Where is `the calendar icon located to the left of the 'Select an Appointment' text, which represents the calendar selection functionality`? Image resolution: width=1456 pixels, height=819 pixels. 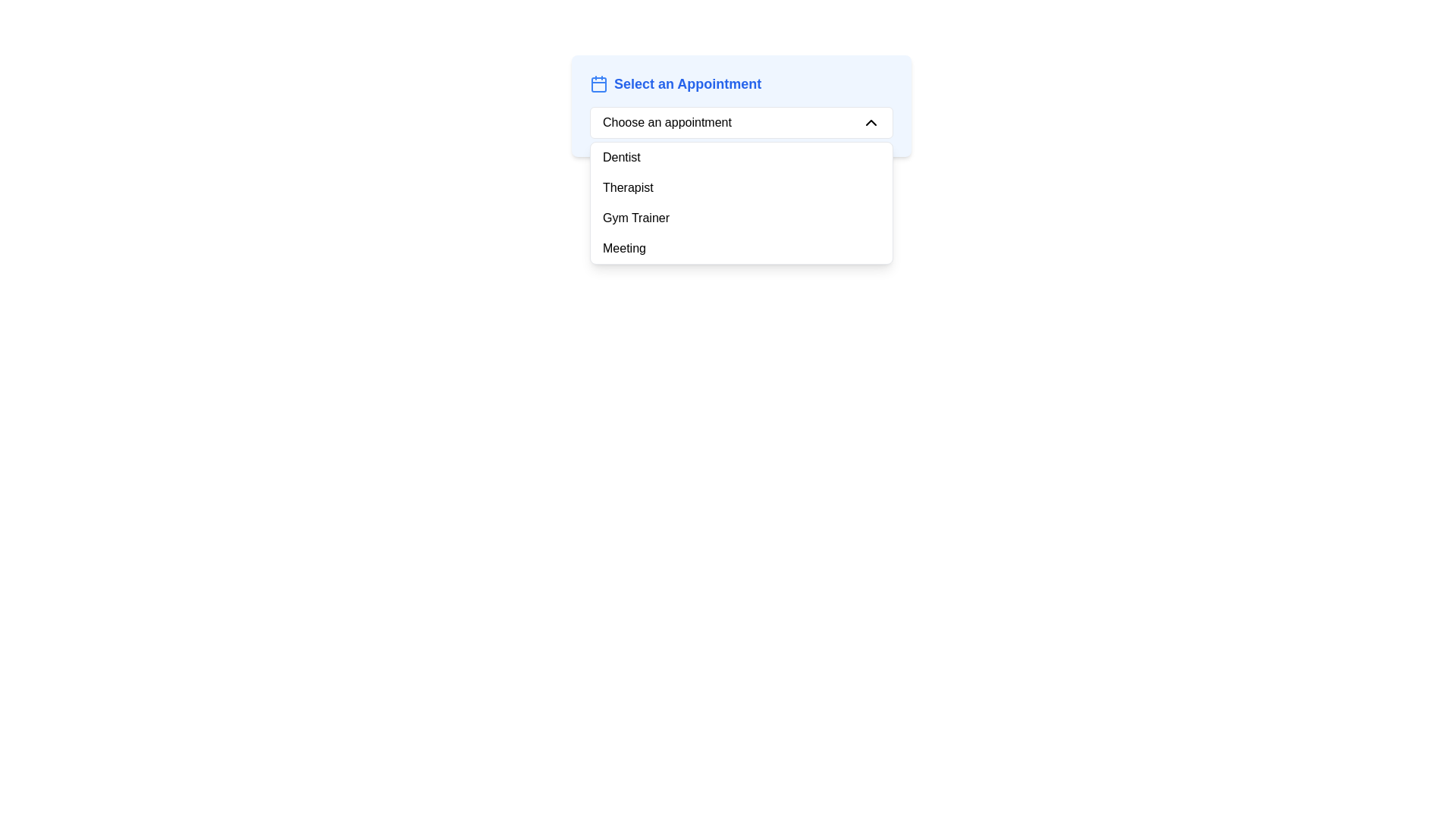
the calendar icon located to the left of the 'Select an Appointment' text, which represents the calendar selection functionality is located at coordinates (598, 84).